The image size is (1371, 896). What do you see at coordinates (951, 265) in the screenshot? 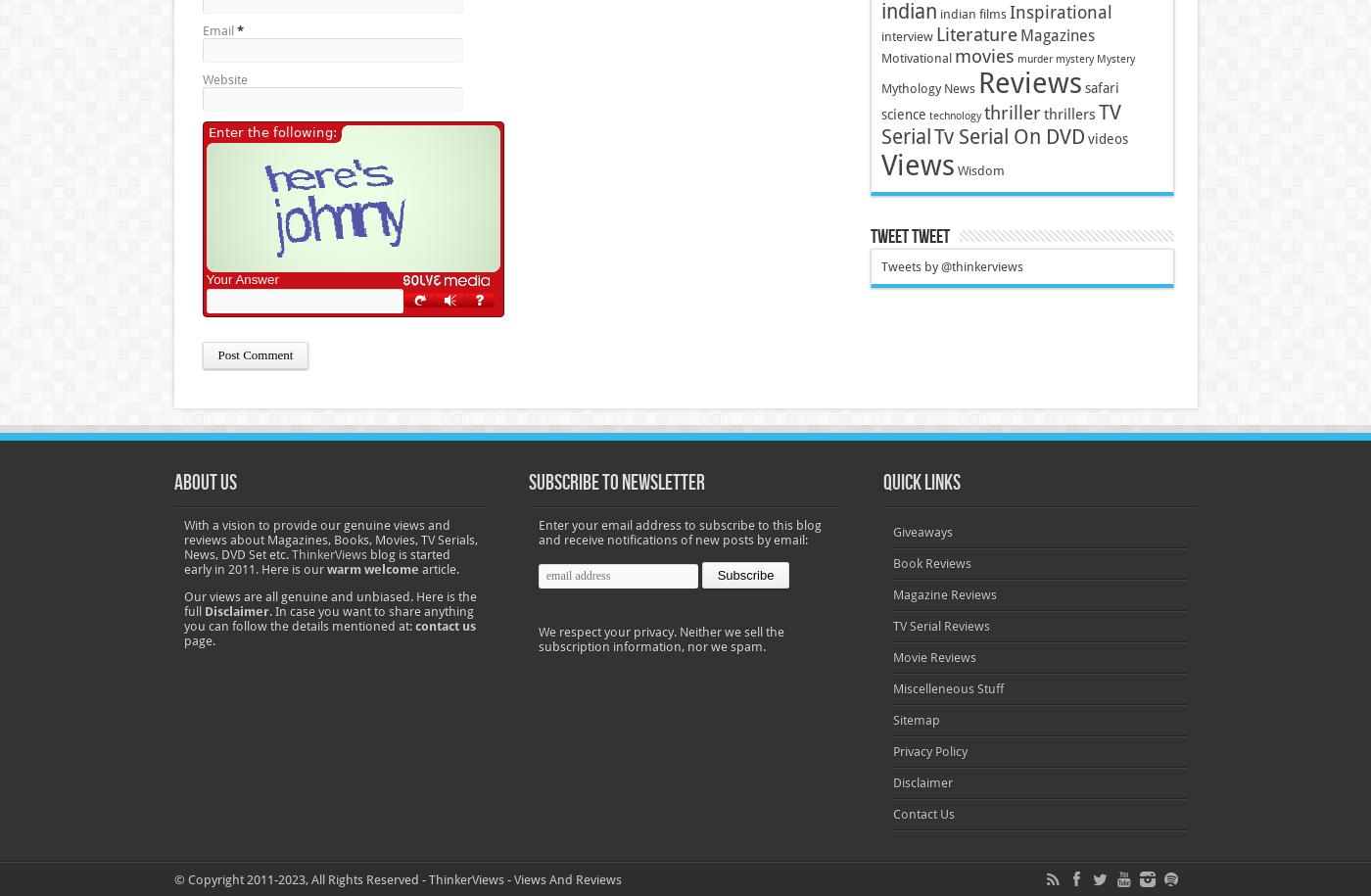
I see `'Tweets by @thinkerviews'` at bounding box center [951, 265].